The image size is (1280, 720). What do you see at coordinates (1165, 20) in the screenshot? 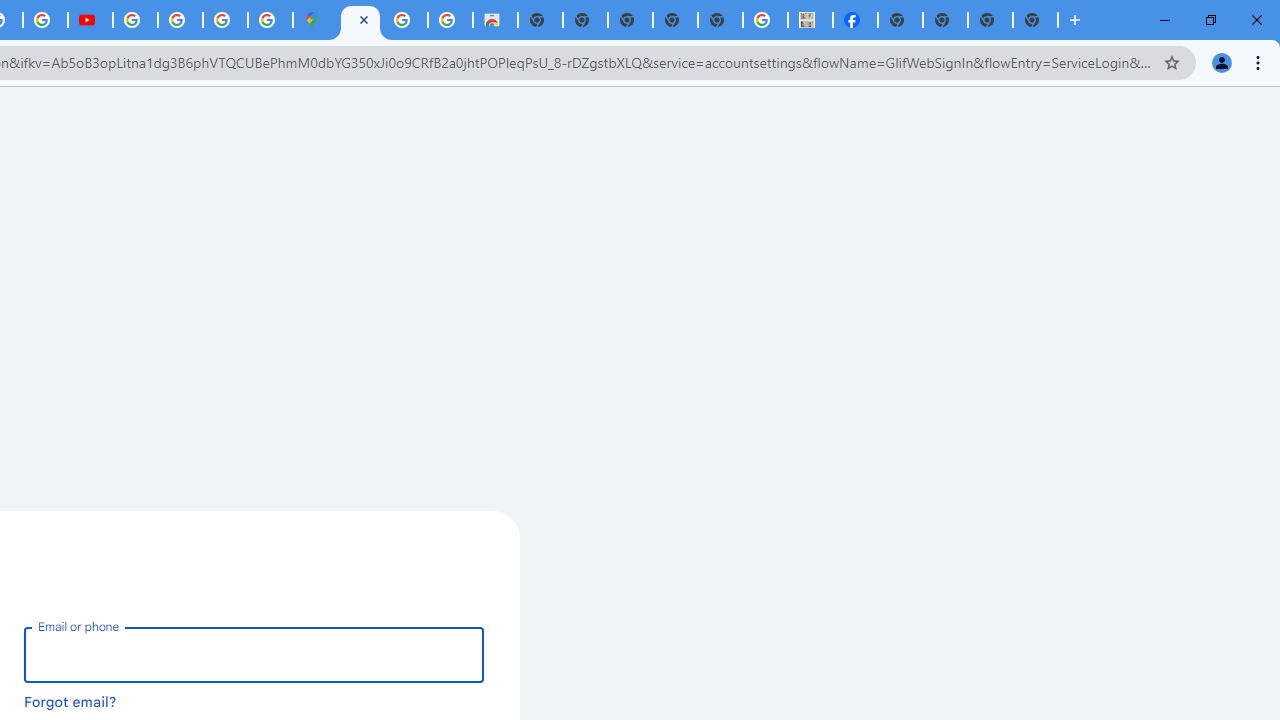
I see `'Minimize'` at bounding box center [1165, 20].